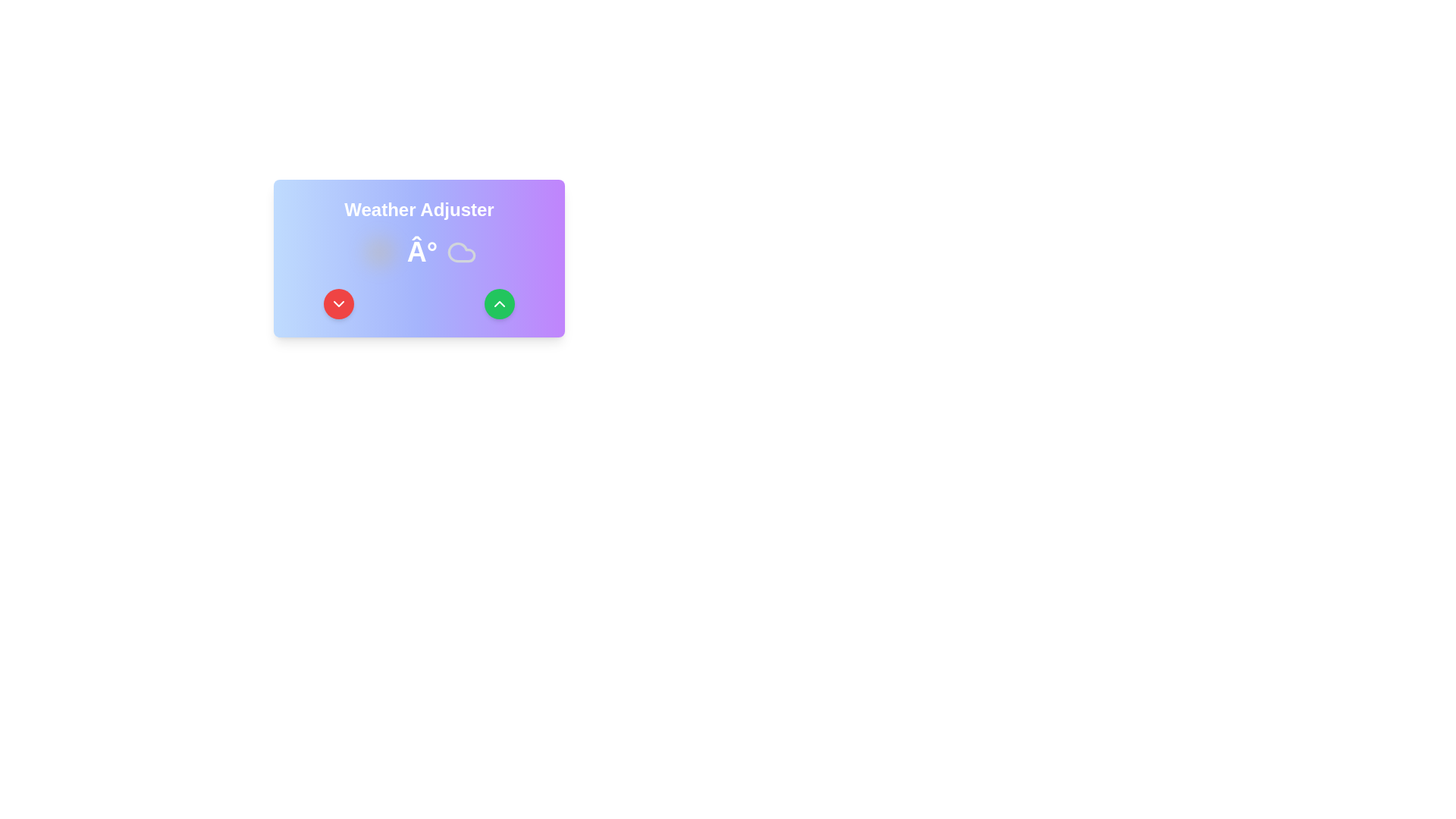  I want to click on the cloud-shaped vector graphic within the 'Weather Adjuster' interface, so click(461, 251).